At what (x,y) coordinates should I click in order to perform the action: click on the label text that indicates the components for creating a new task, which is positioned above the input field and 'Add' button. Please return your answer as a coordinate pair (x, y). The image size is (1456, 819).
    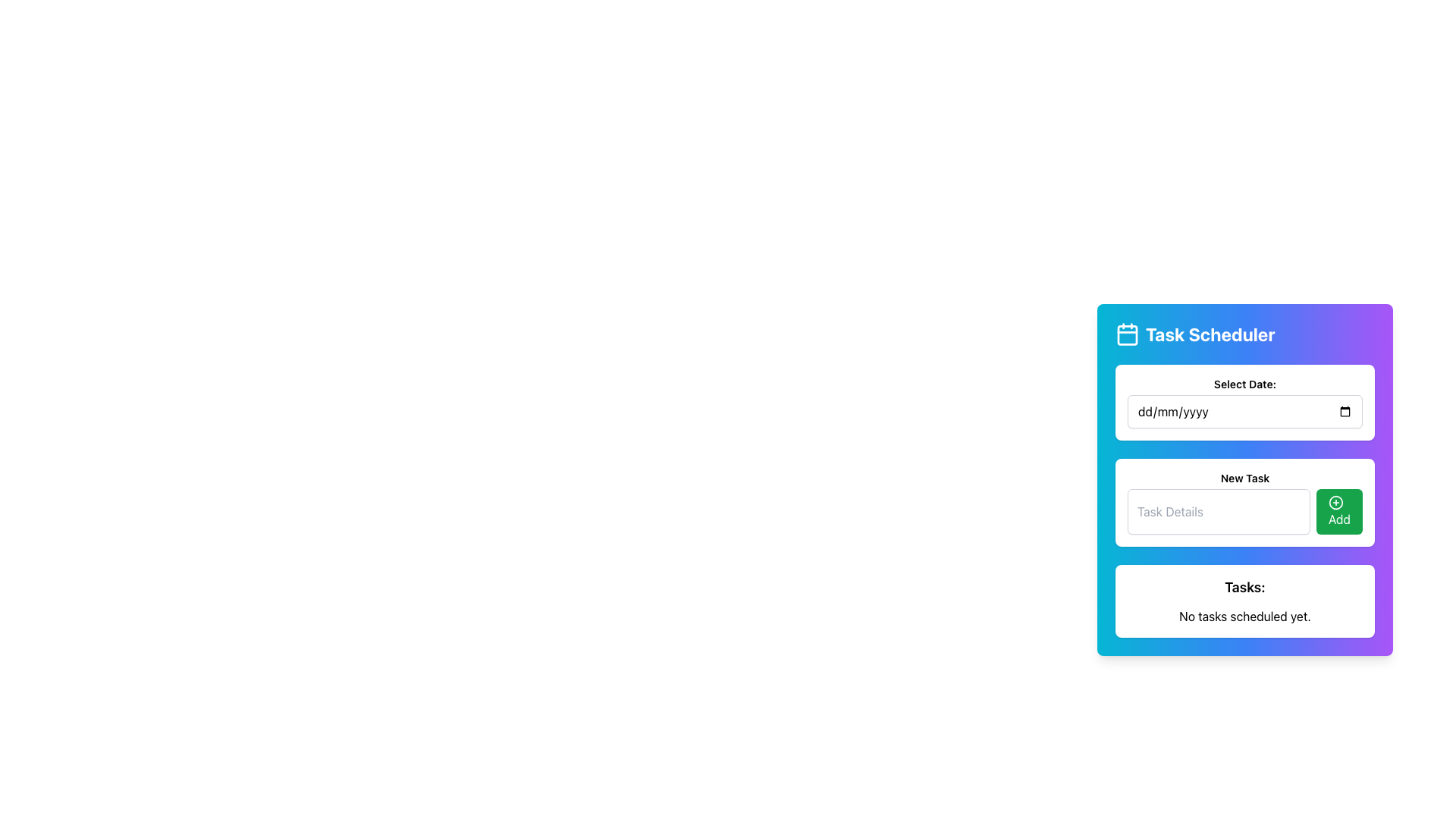
    Looking at the image, I should click on (1244, 479).